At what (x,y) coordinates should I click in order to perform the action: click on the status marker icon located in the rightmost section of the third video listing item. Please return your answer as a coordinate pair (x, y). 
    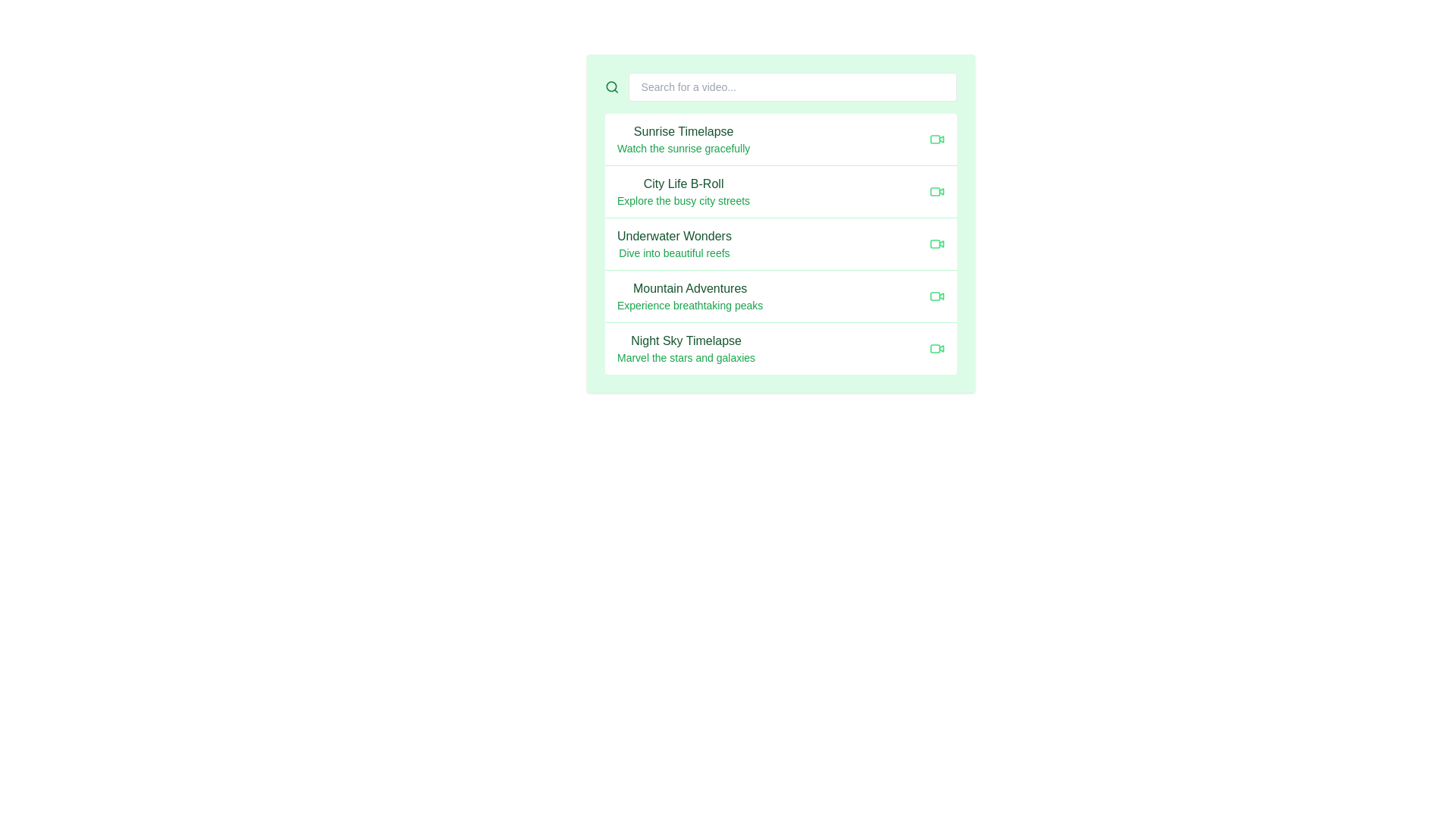
    Looking at the image, I should click on (934, 243).